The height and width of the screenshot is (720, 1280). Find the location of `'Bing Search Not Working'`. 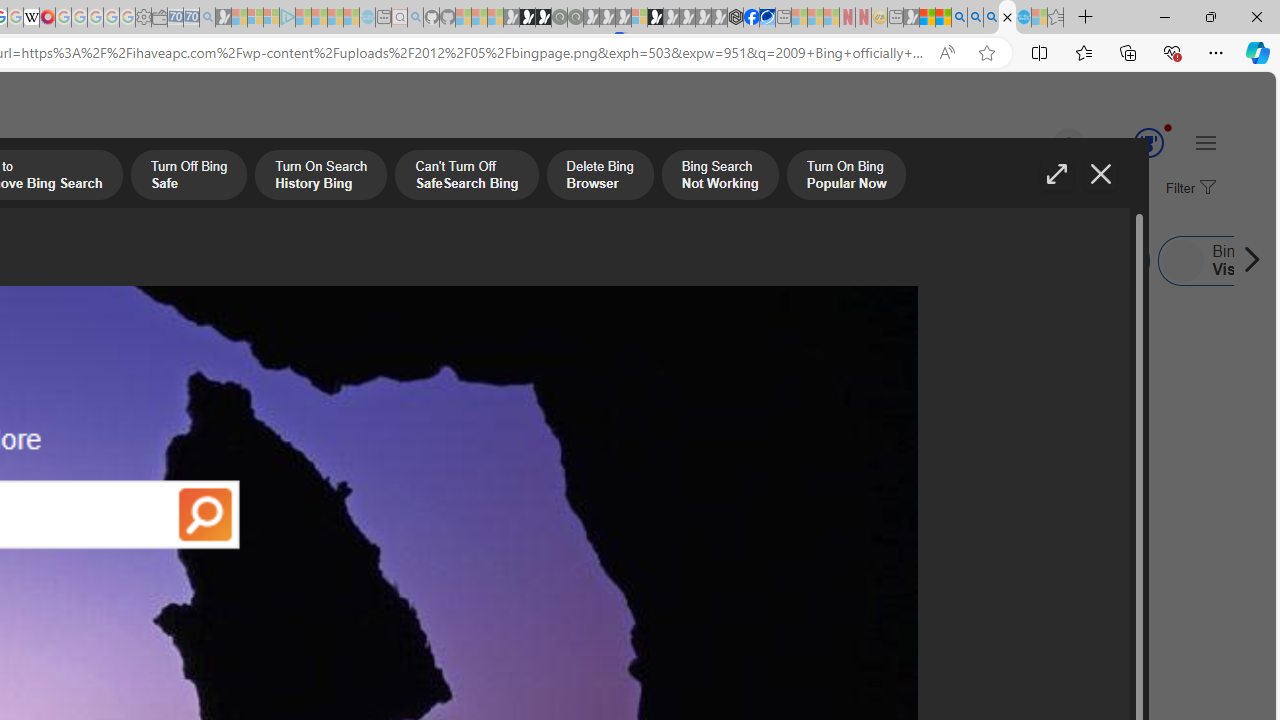

'Bing Search Not Working' is located at coordinates (720, 176).